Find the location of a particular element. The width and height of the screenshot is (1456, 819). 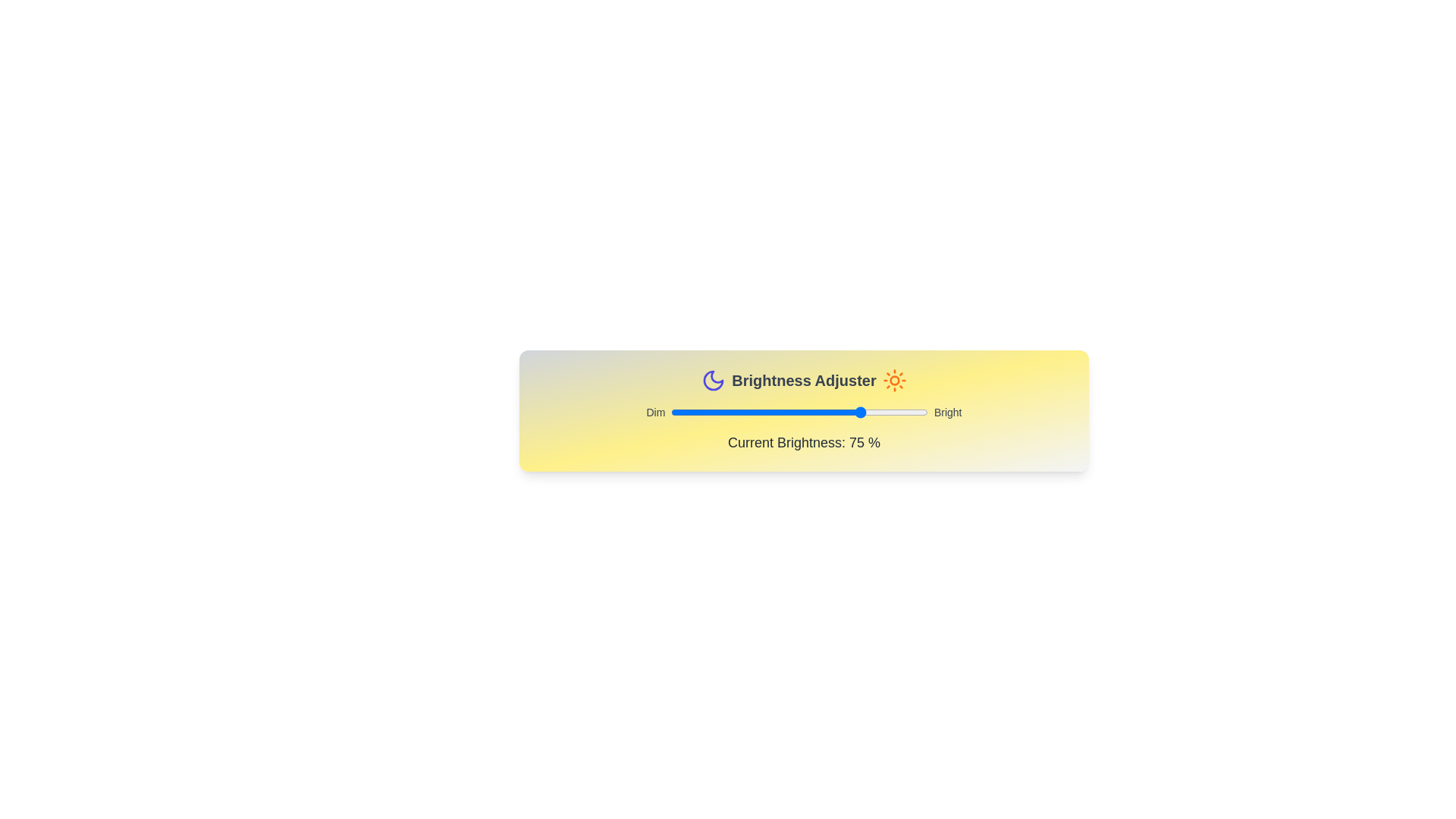

the brightness slider to 93% to examine its visual representation is located at coordinates (910, 412).